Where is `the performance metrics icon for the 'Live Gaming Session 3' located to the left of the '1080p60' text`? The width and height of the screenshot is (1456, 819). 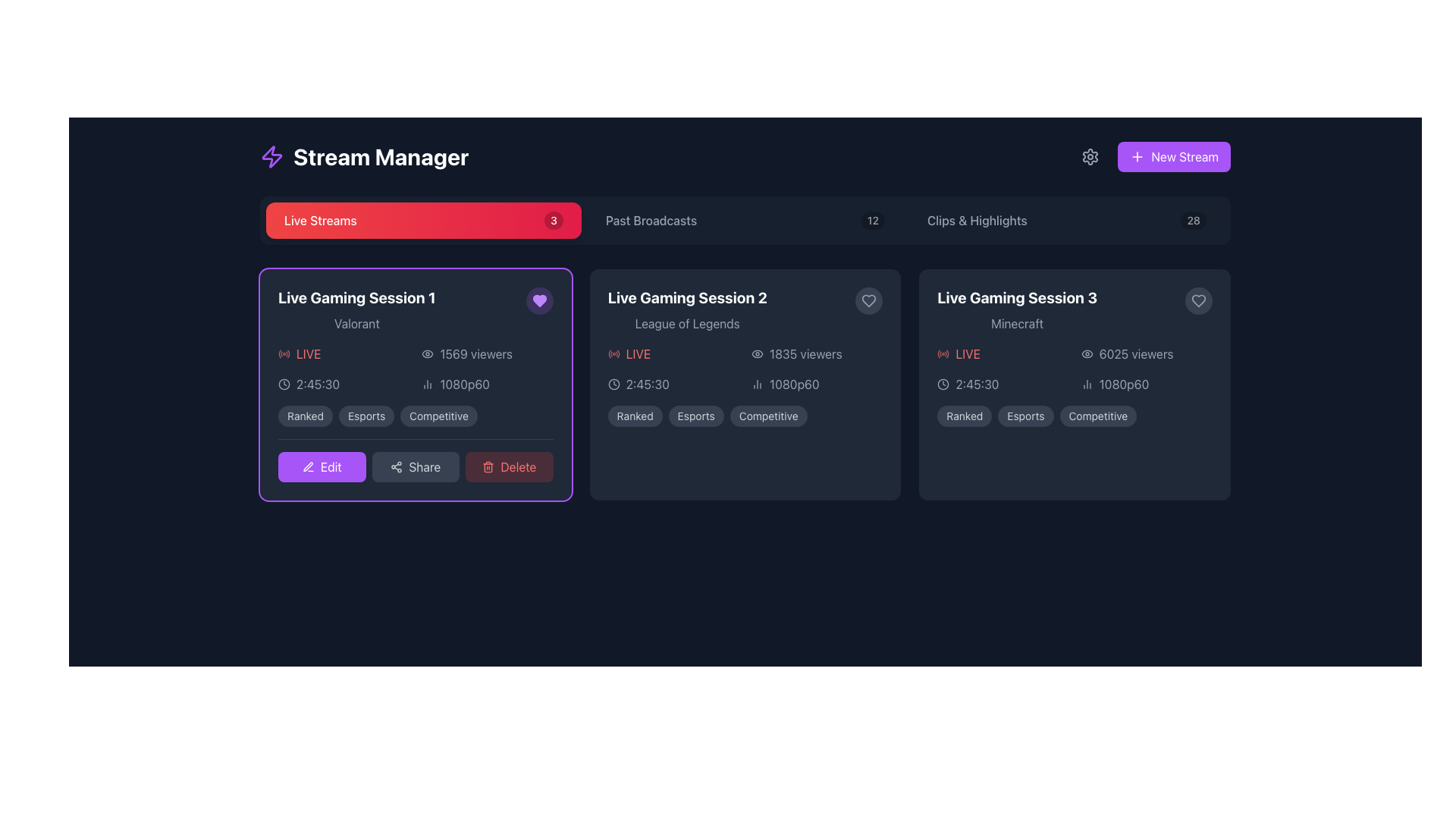 the performance metrics icon for the 'Live Gaming Session 3' located to the left of the '1080p60' text is located at coordinates (1086, 383).